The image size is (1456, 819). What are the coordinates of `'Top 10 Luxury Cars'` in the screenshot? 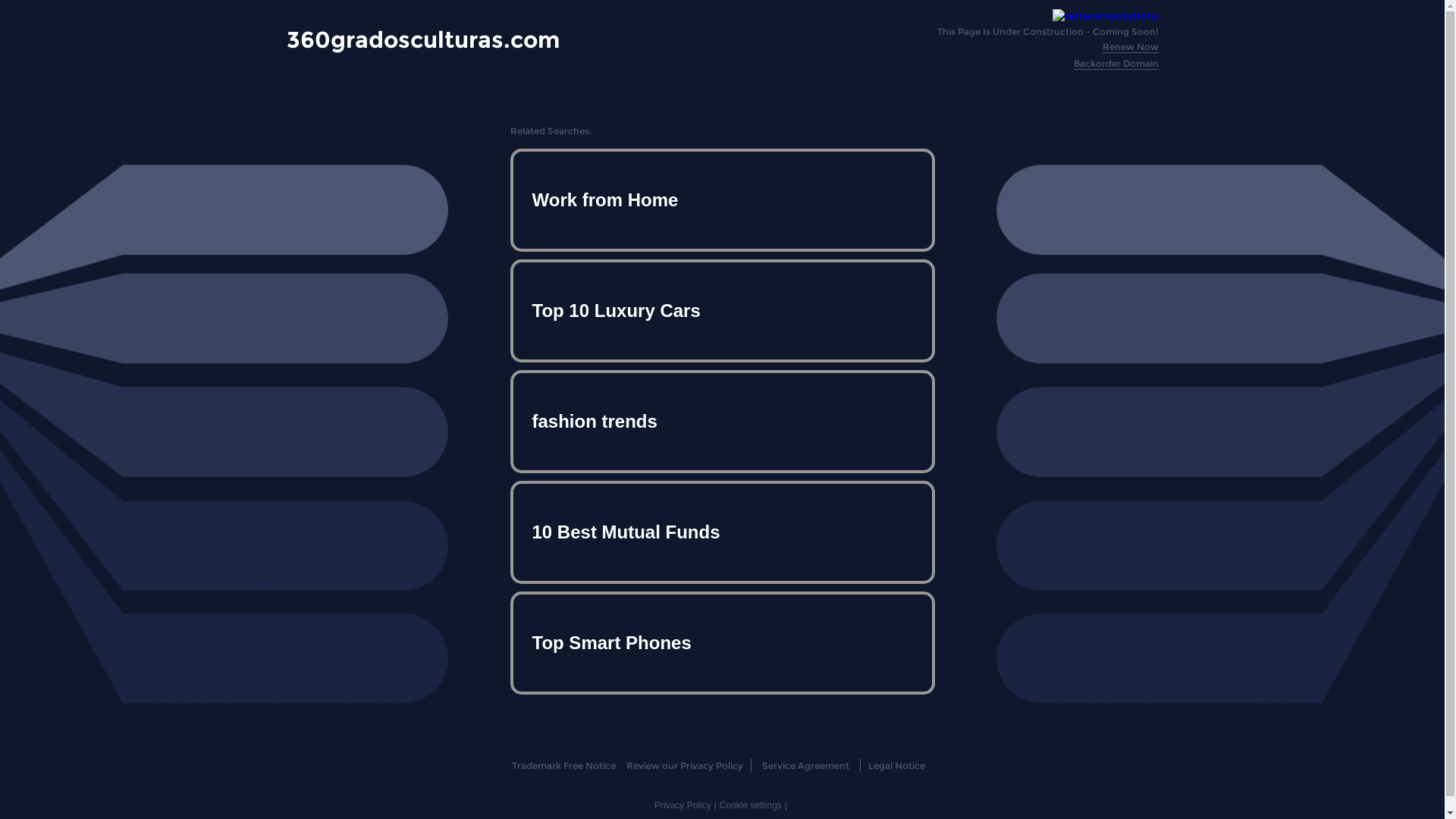 It's located at (720, 309).